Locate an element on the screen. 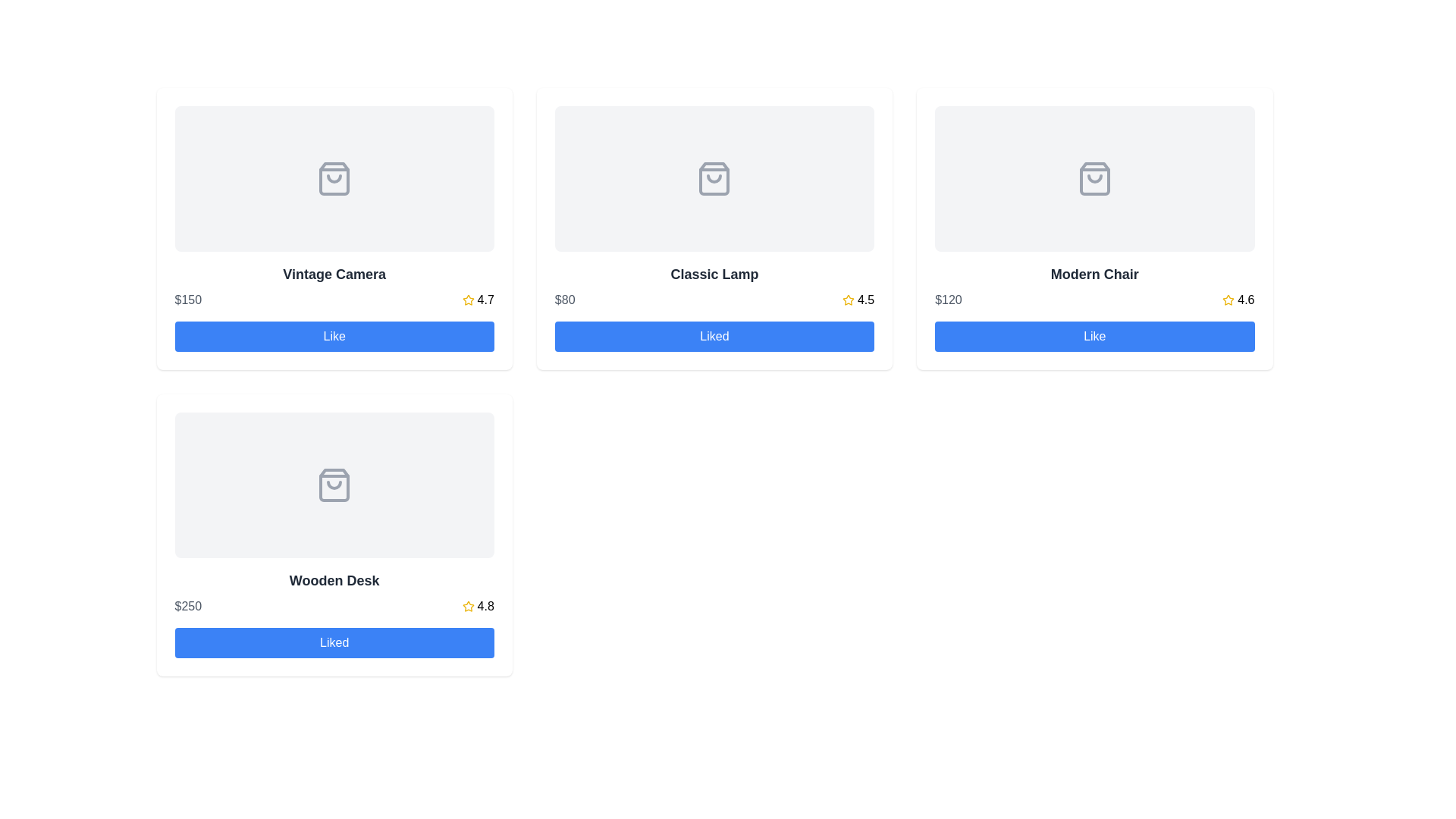  the 'Like' button with a vibrant blue background located at the bottom of the 'Modern Chair' product card to interact via keyboard is located at coordinates (1094, 335).